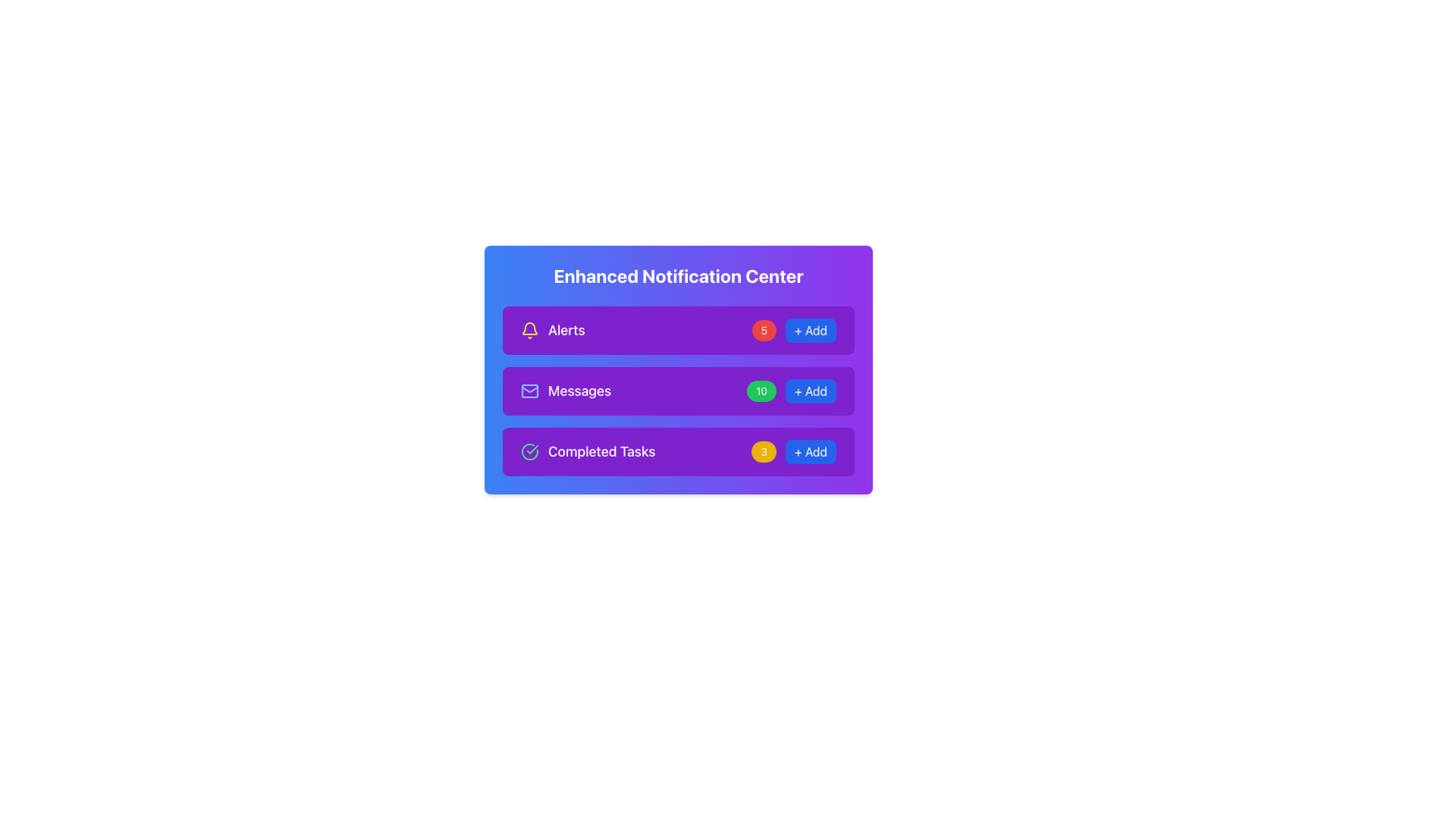  I want to click on bold header text of the notification panel, which is centered at the top of the notification card with a gradient background, so click(677, 275).